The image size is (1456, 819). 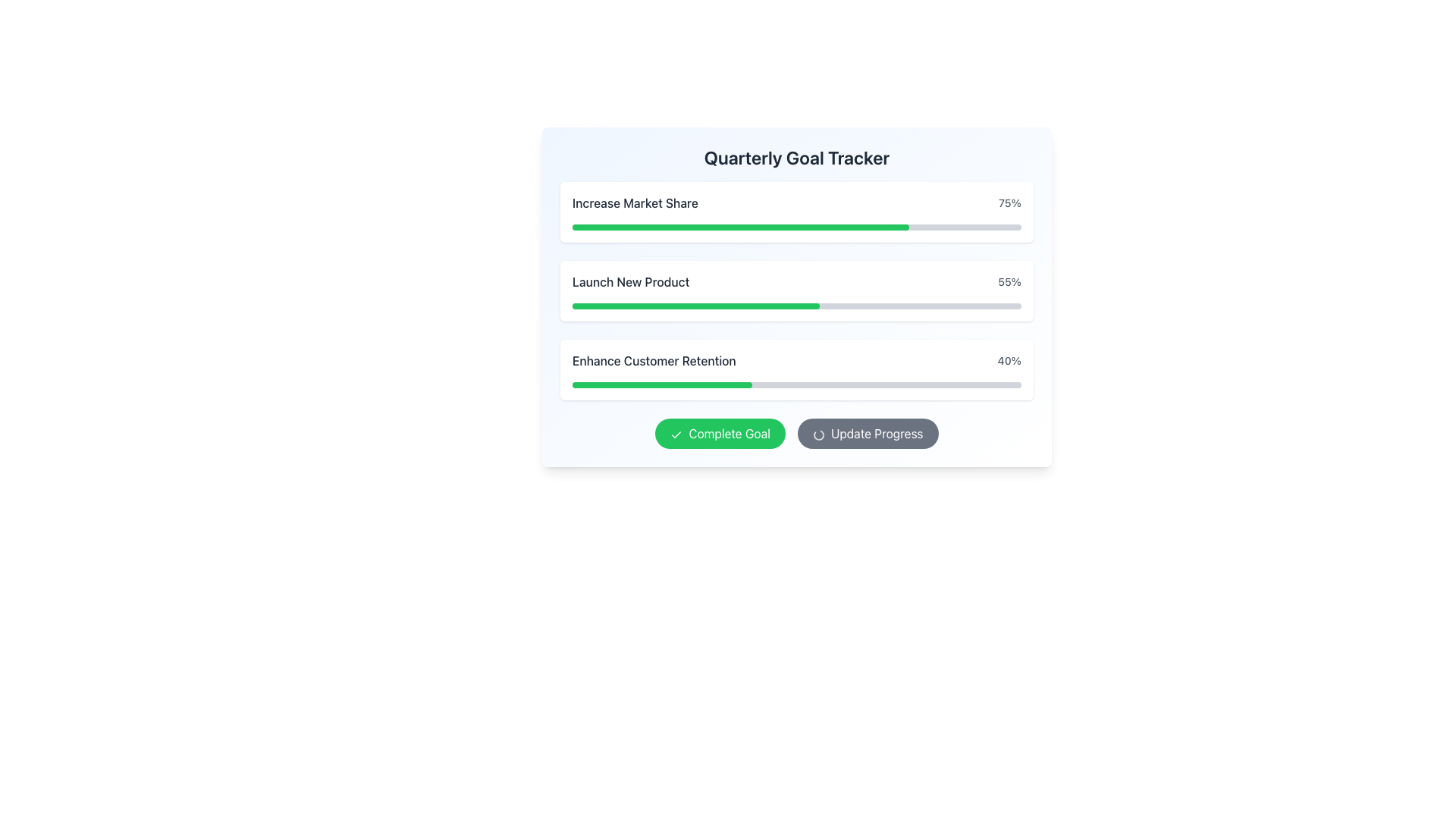 I want to click on text element displaying 'Launch New Product' which is left-aligned within the progress tracker item labeled '55%', so click(x=631, y=281).